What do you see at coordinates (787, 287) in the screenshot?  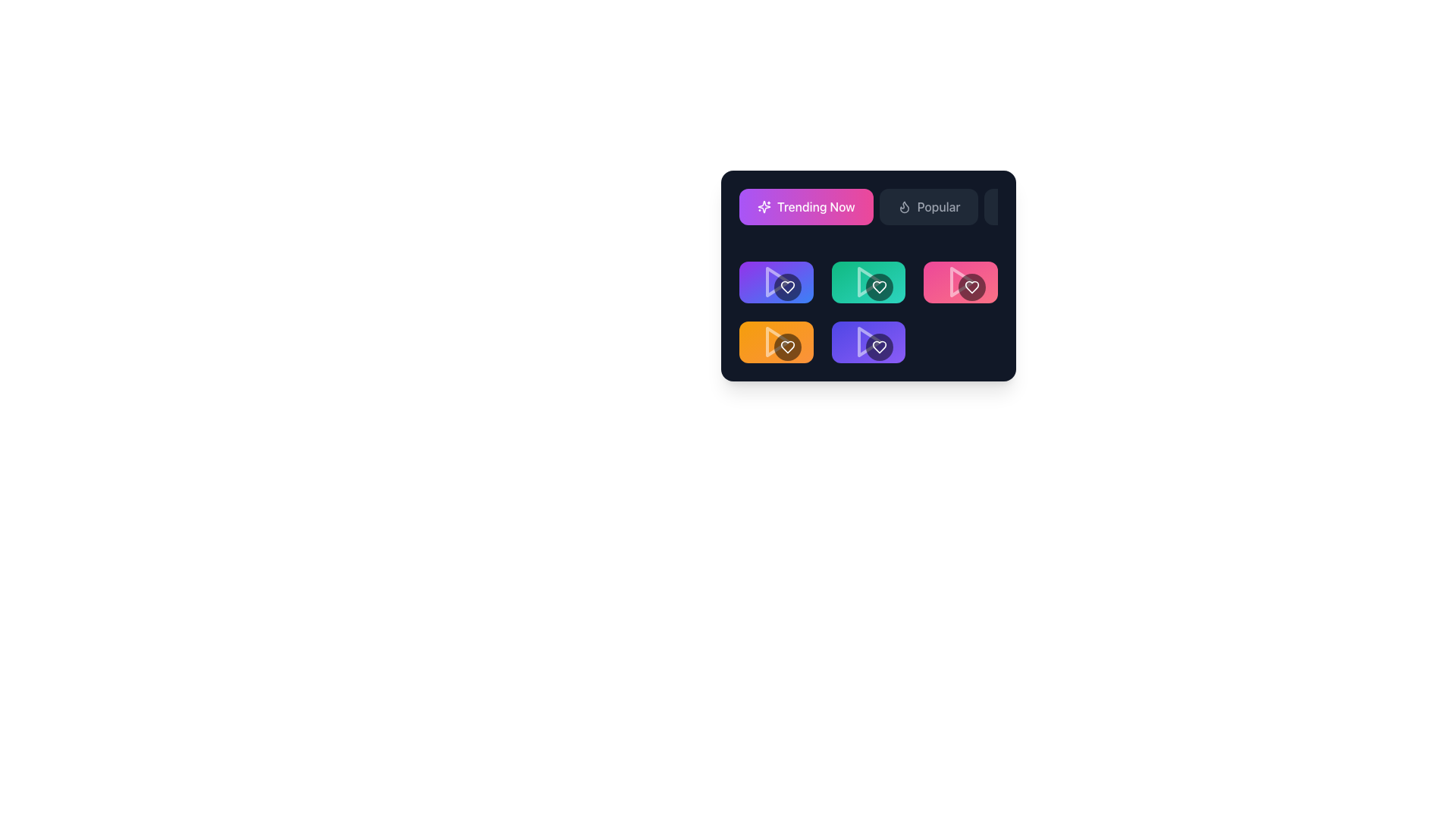 I see `the favorite button located at the top-left tile of the grid layout, which is aligned to the top-right corner of a purple square tile, to mark or unmark as favorite` at bounding box center [787, 287].